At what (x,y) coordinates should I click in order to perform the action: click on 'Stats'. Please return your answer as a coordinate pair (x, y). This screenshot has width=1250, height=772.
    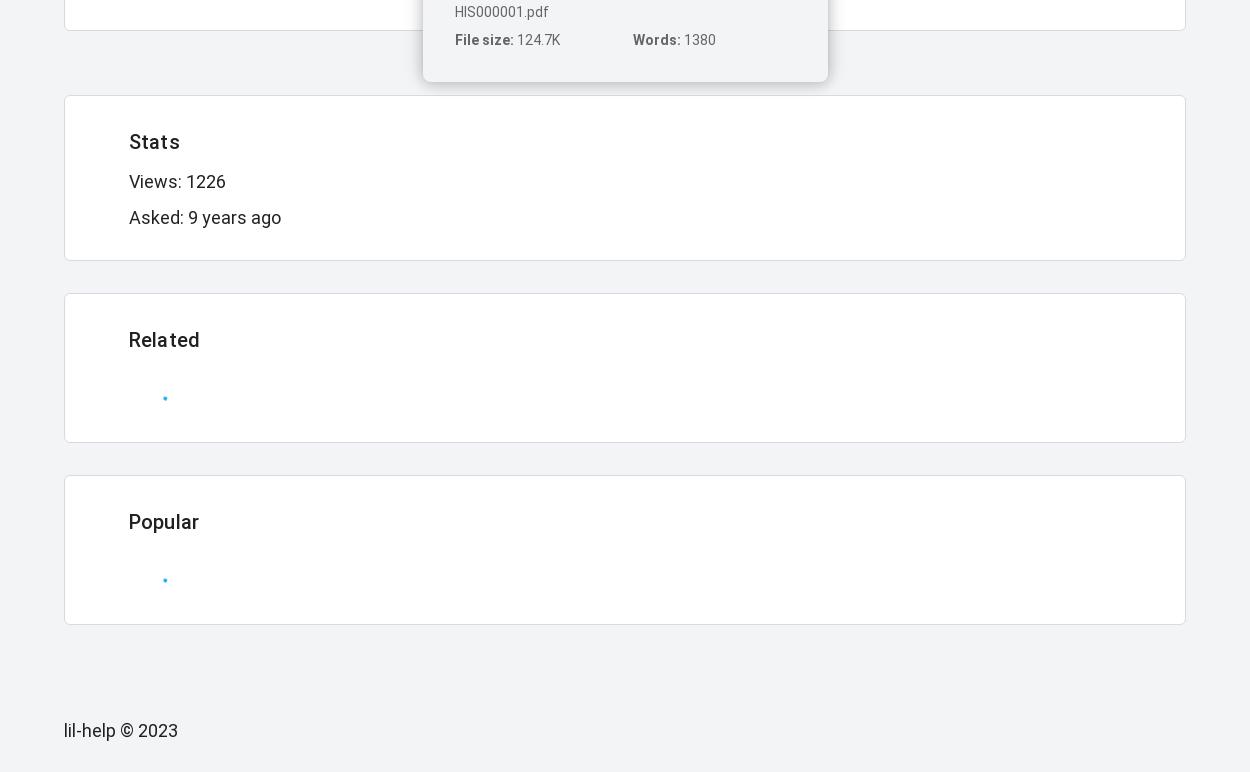
    Looking at the image, I should click on (154, 141).